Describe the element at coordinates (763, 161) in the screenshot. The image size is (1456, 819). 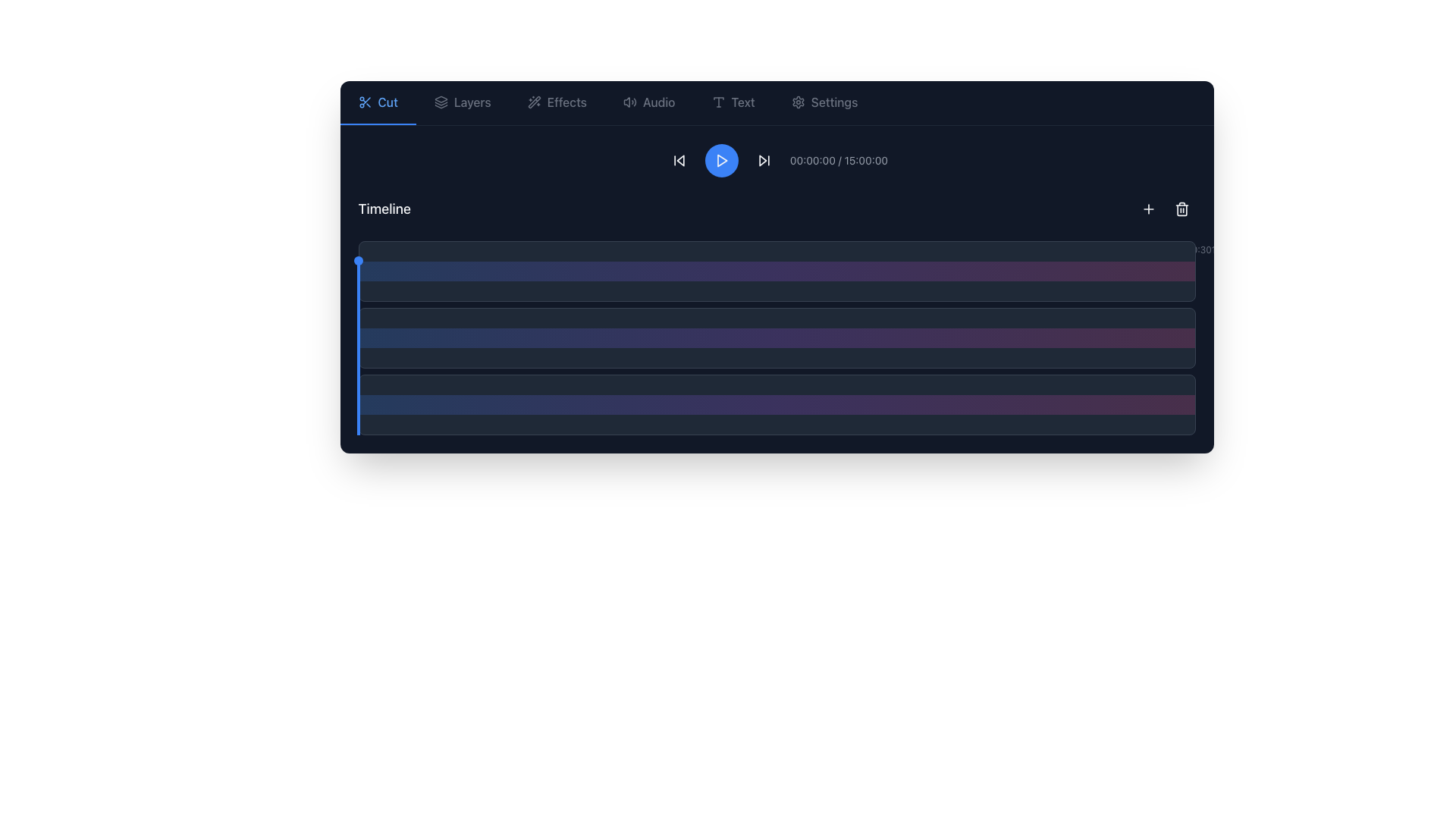
I see `the first component of the 'Skip Forward' button SVG icon located at the top-right of the toolbar, adjacent to the 'Play' button` at that location.